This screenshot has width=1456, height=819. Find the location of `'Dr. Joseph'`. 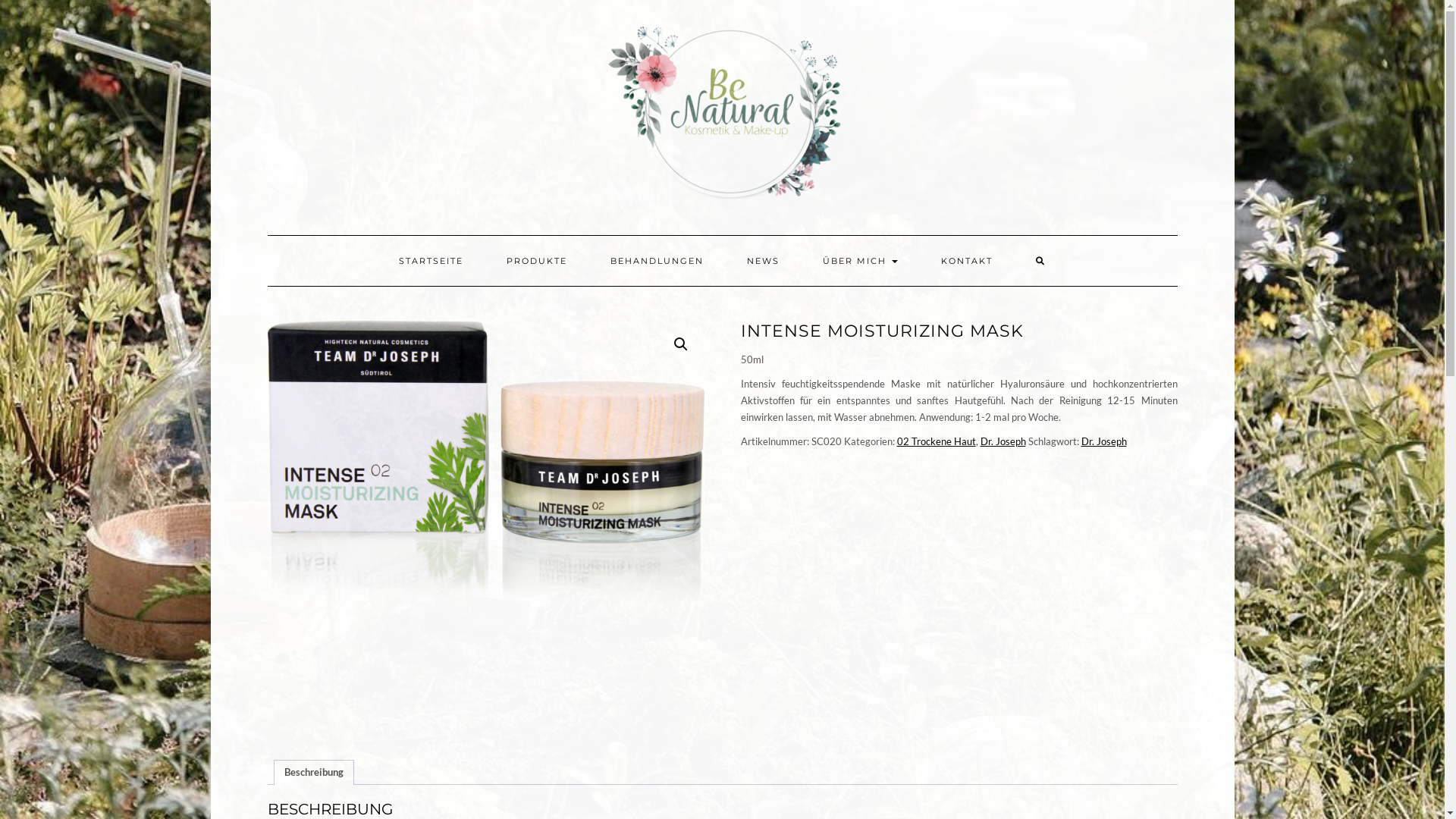

'Dr. Joseph' is located at coordinates (1103, 441).